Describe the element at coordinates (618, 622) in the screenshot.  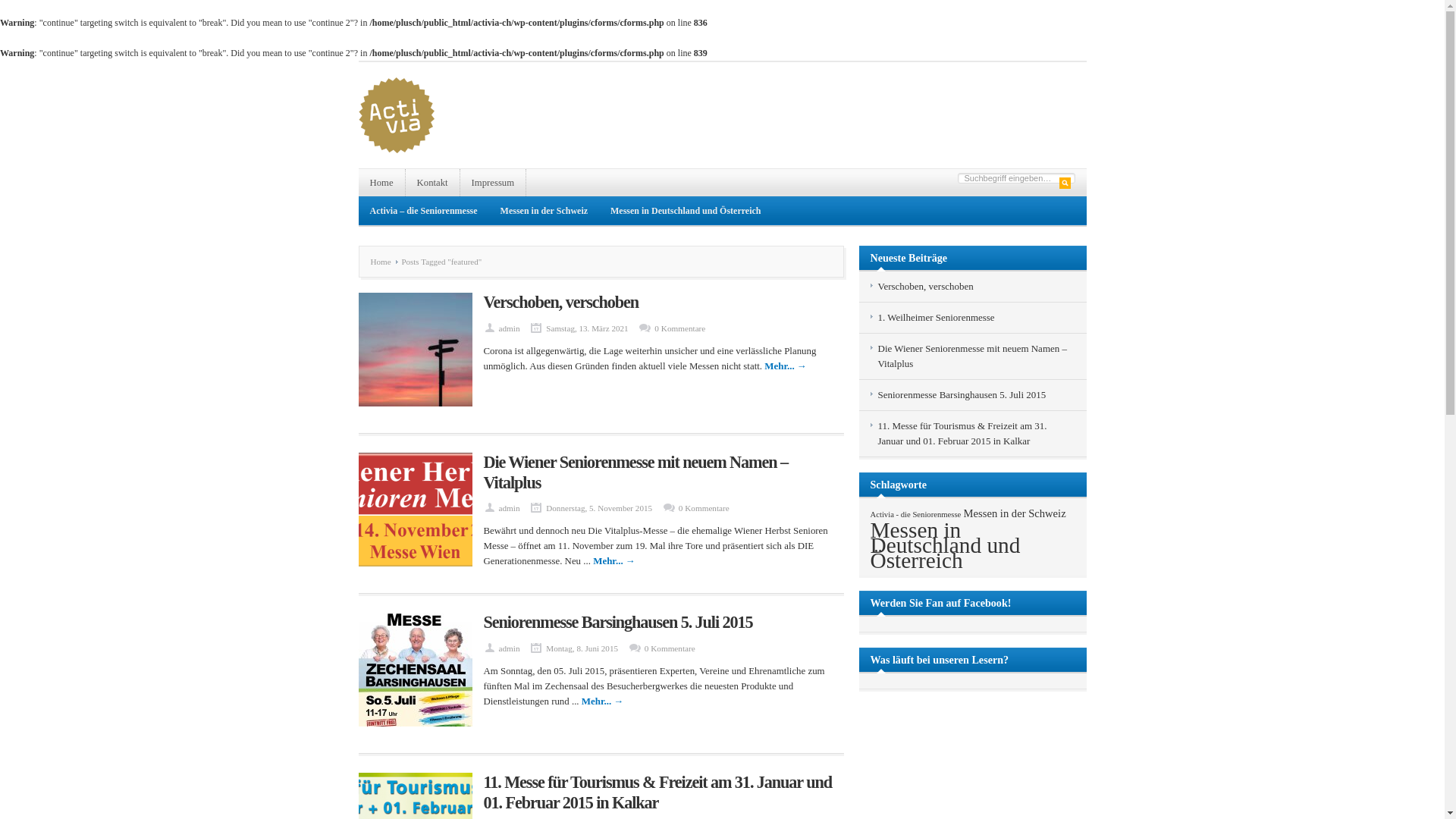
I see `'Seniorenmesse Barsinghausen 5. Juli 2015'` at that location.